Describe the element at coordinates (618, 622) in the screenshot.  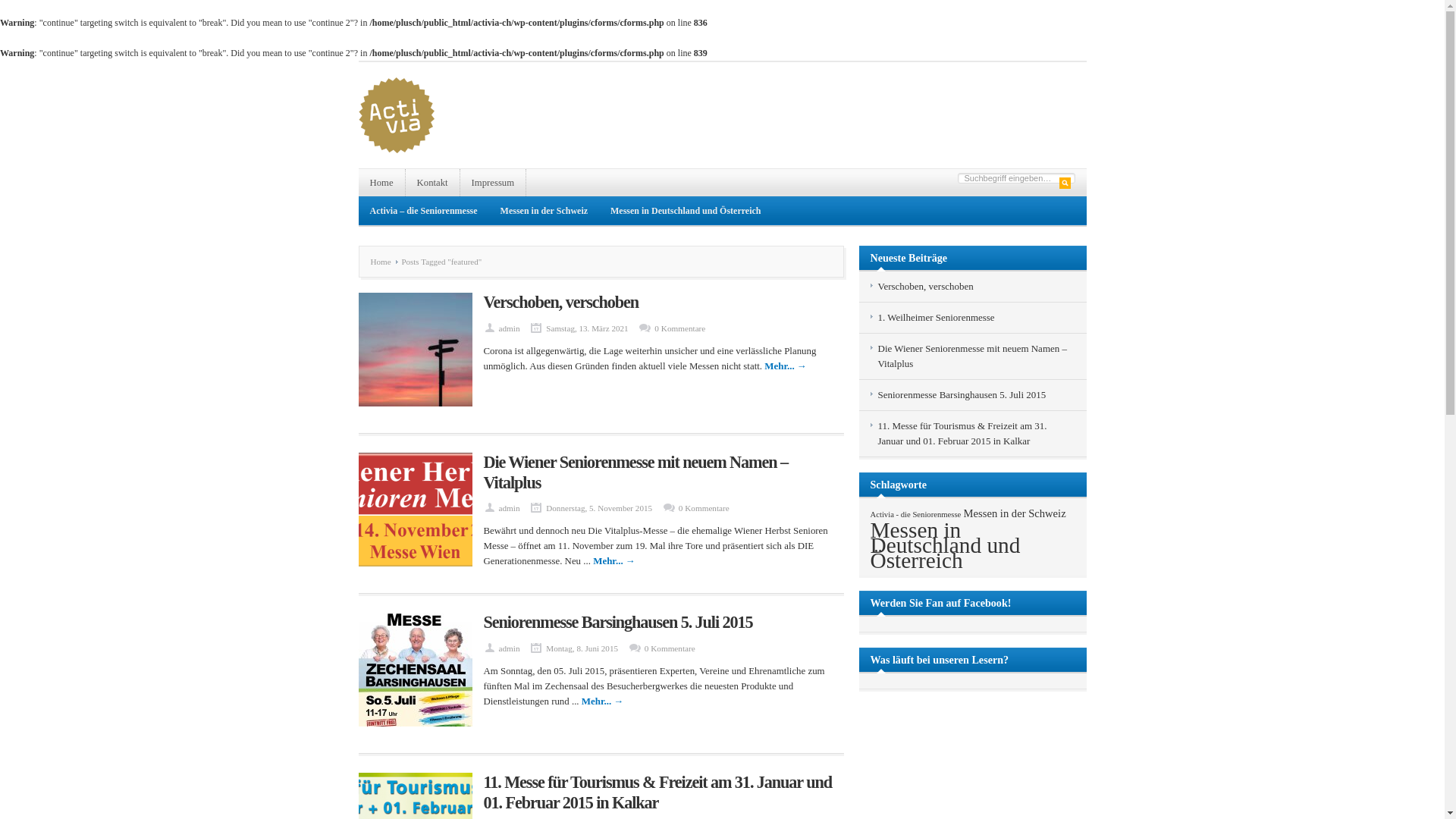
I see `'Seniorenmesse Barsinghausen 5. Juli 2015'` at that location.